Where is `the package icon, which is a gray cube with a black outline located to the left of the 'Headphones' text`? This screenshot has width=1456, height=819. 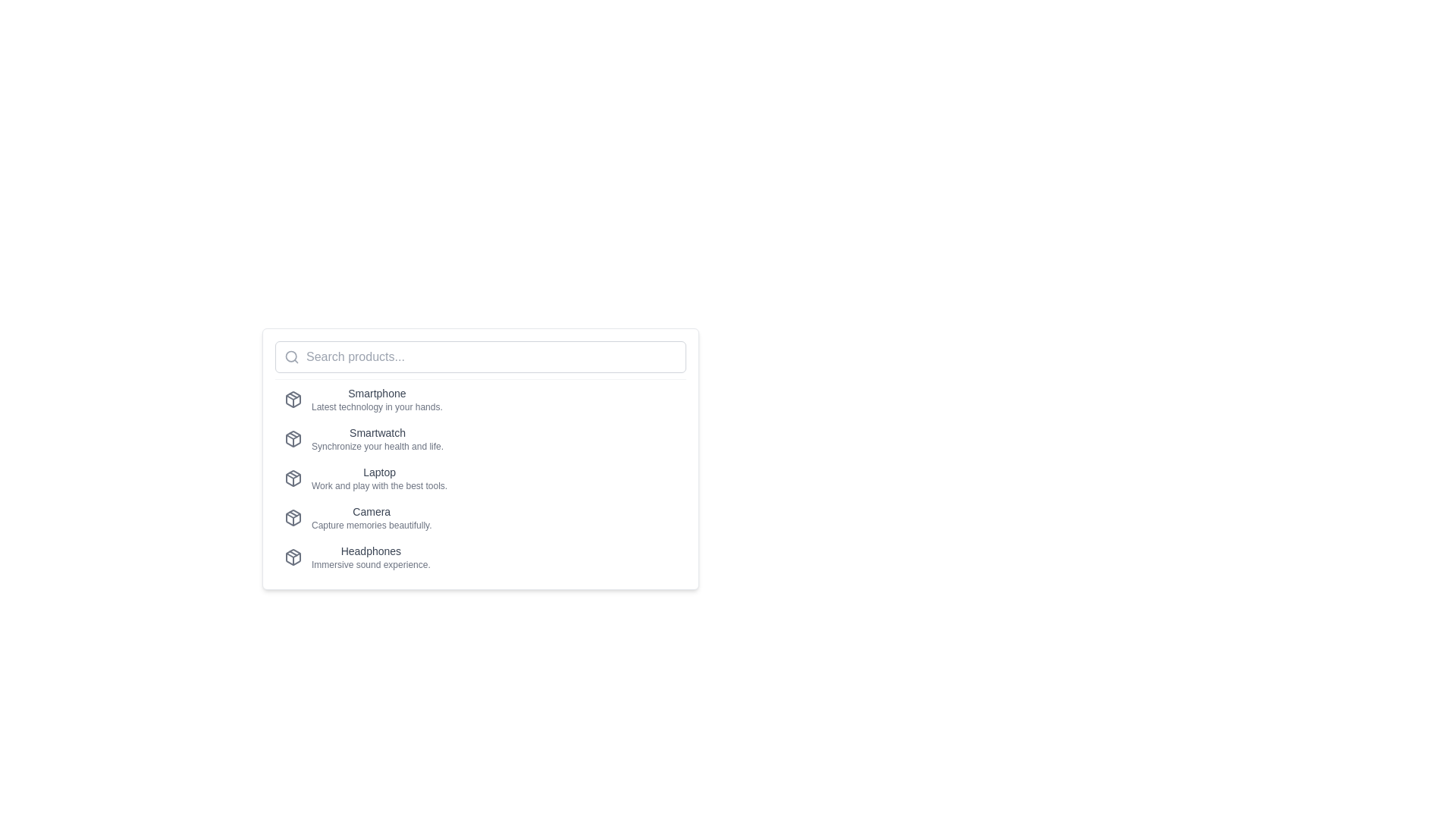 the package icon, which is a gray cube with a black outline located to the left of the 'Headphones' text is located at coordinates (293, 557).